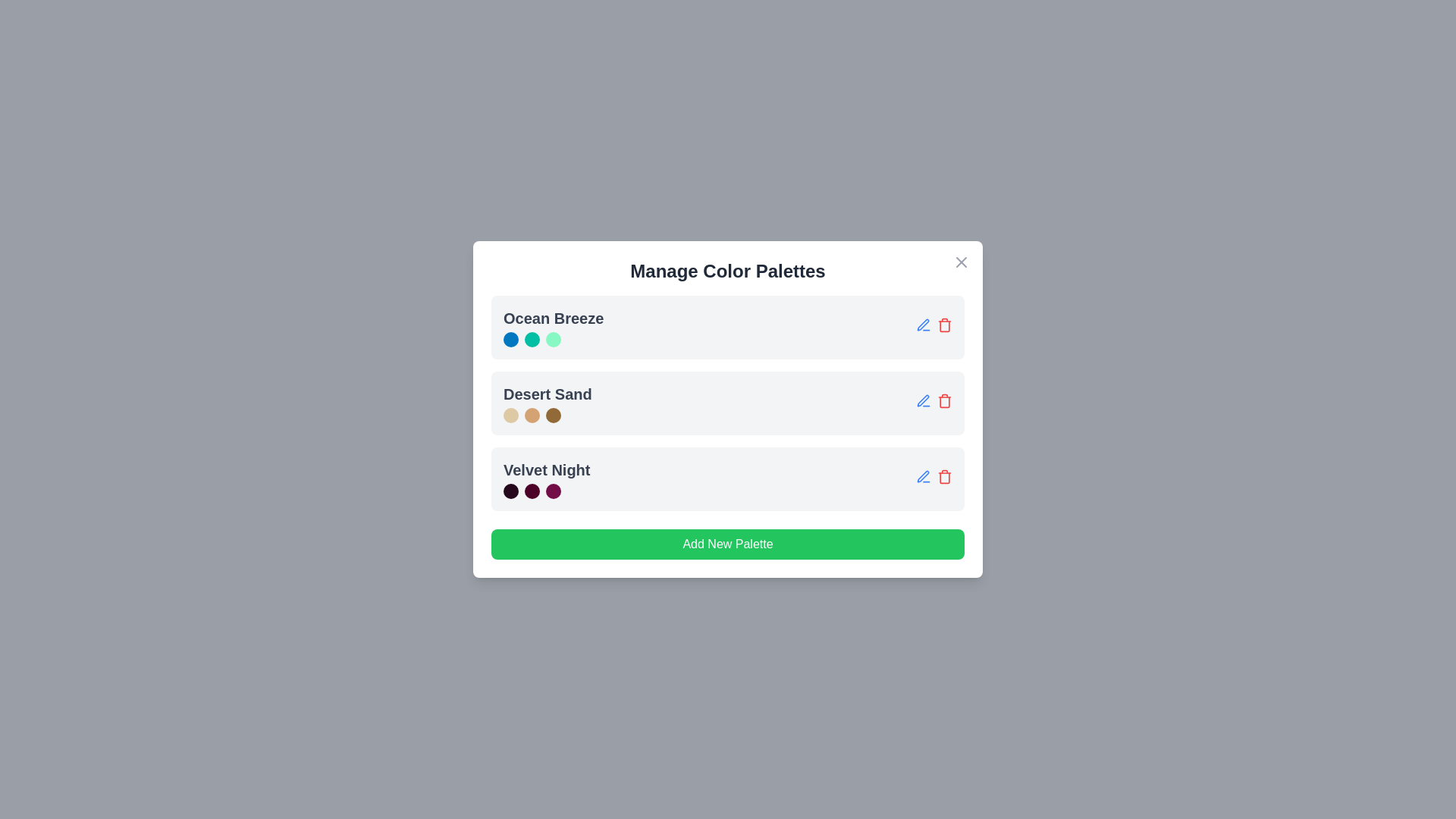 The image size is (1456, 819). Describe the element at coordinates (546, 479) in the screenshot. I see `the palette name Velvet Night to view its details` at that location.